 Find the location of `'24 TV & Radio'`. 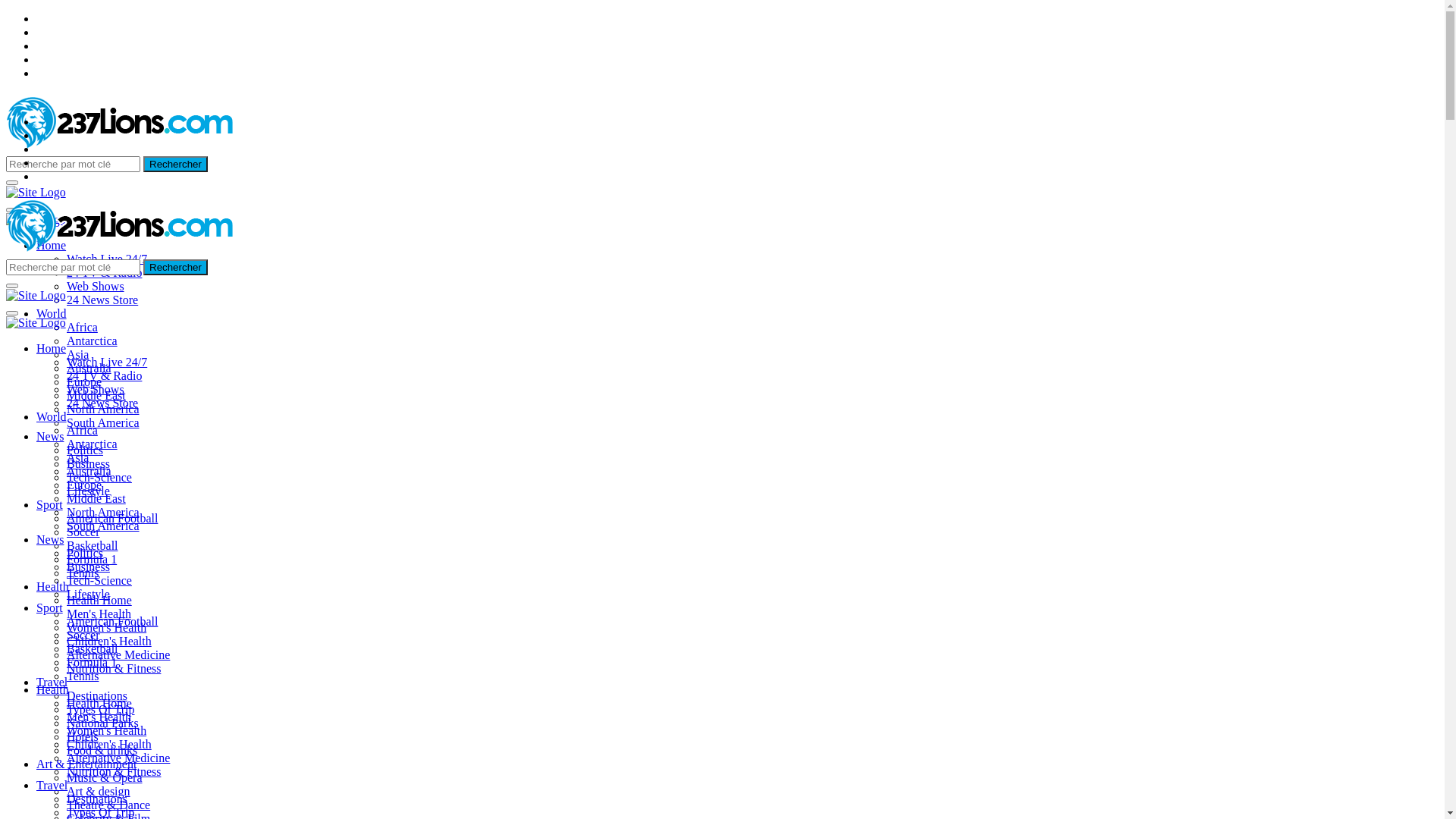

'24 TV & Radio' is located at coordinates (103, 271).